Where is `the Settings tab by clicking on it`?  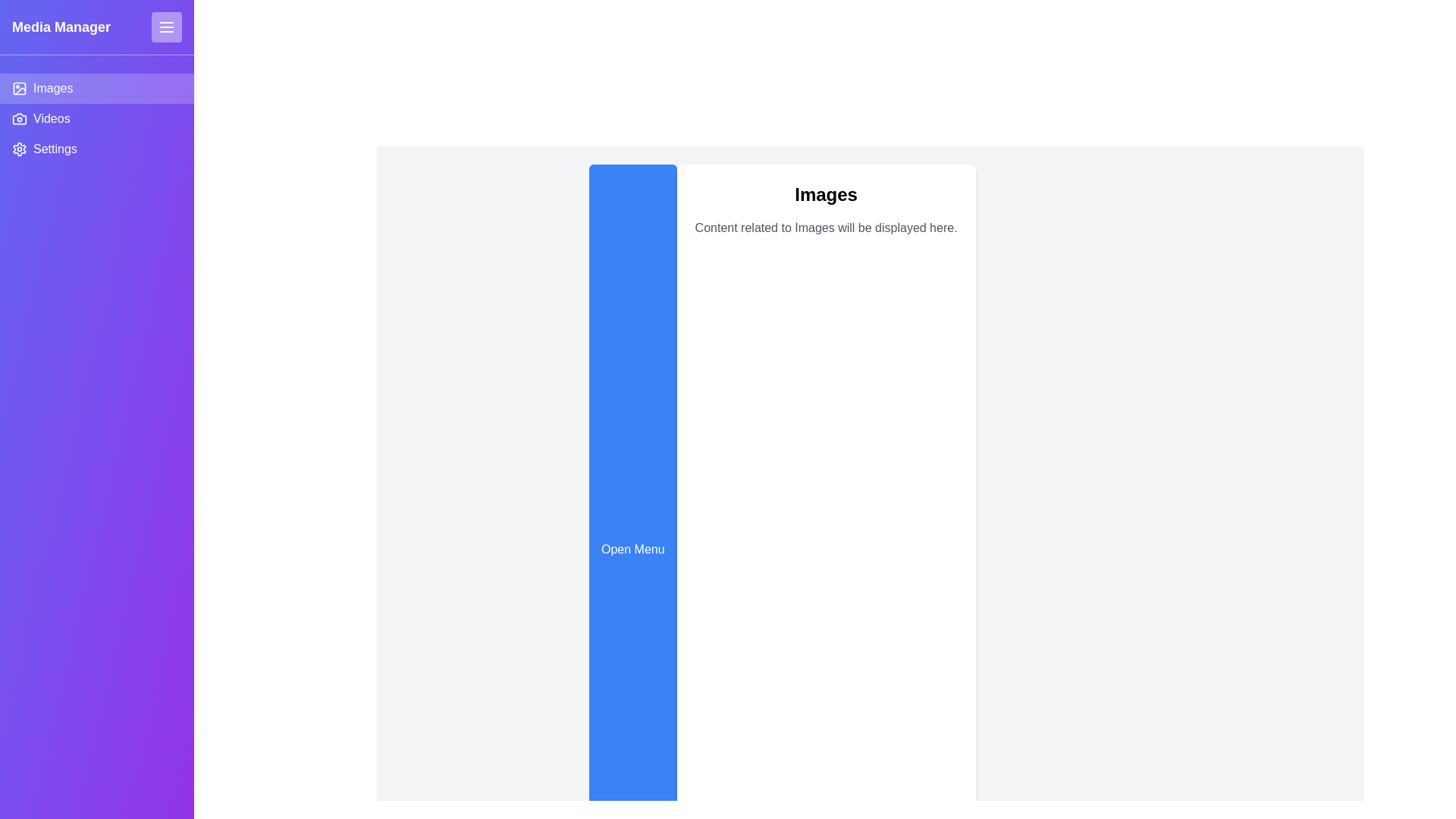 the Settings tab by clicking on it is located at coordinates (96, 149).